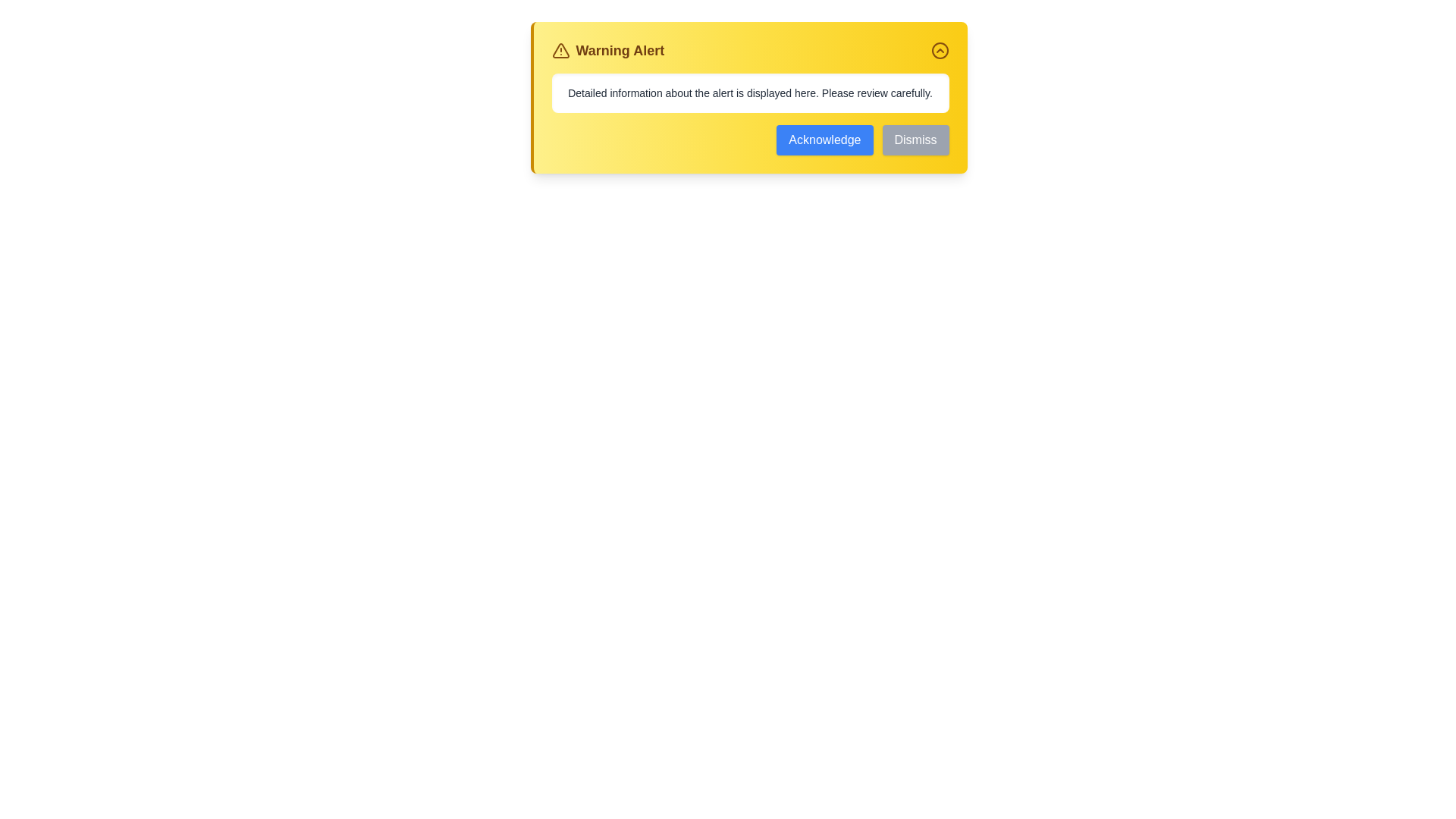 This screenshot has height=819, width=1456. What do you see at coordinates (939, 49) in the screenshot?
I see `the ChevronUpCircle button to collapse the alert details` at bounding box center [939, 49].